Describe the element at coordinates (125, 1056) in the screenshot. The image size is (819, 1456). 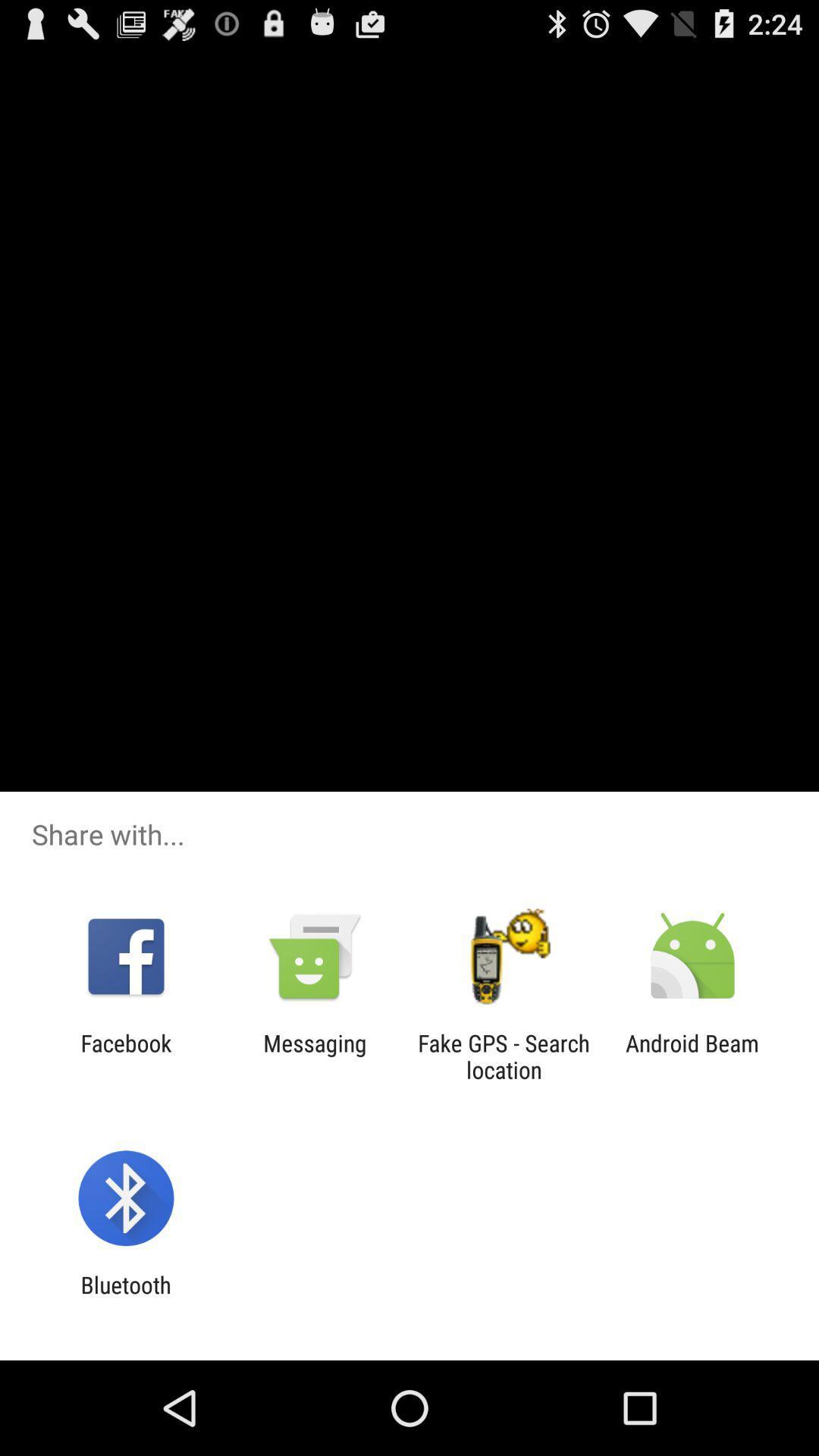
I see `icon to the left of messaging item` at that location.